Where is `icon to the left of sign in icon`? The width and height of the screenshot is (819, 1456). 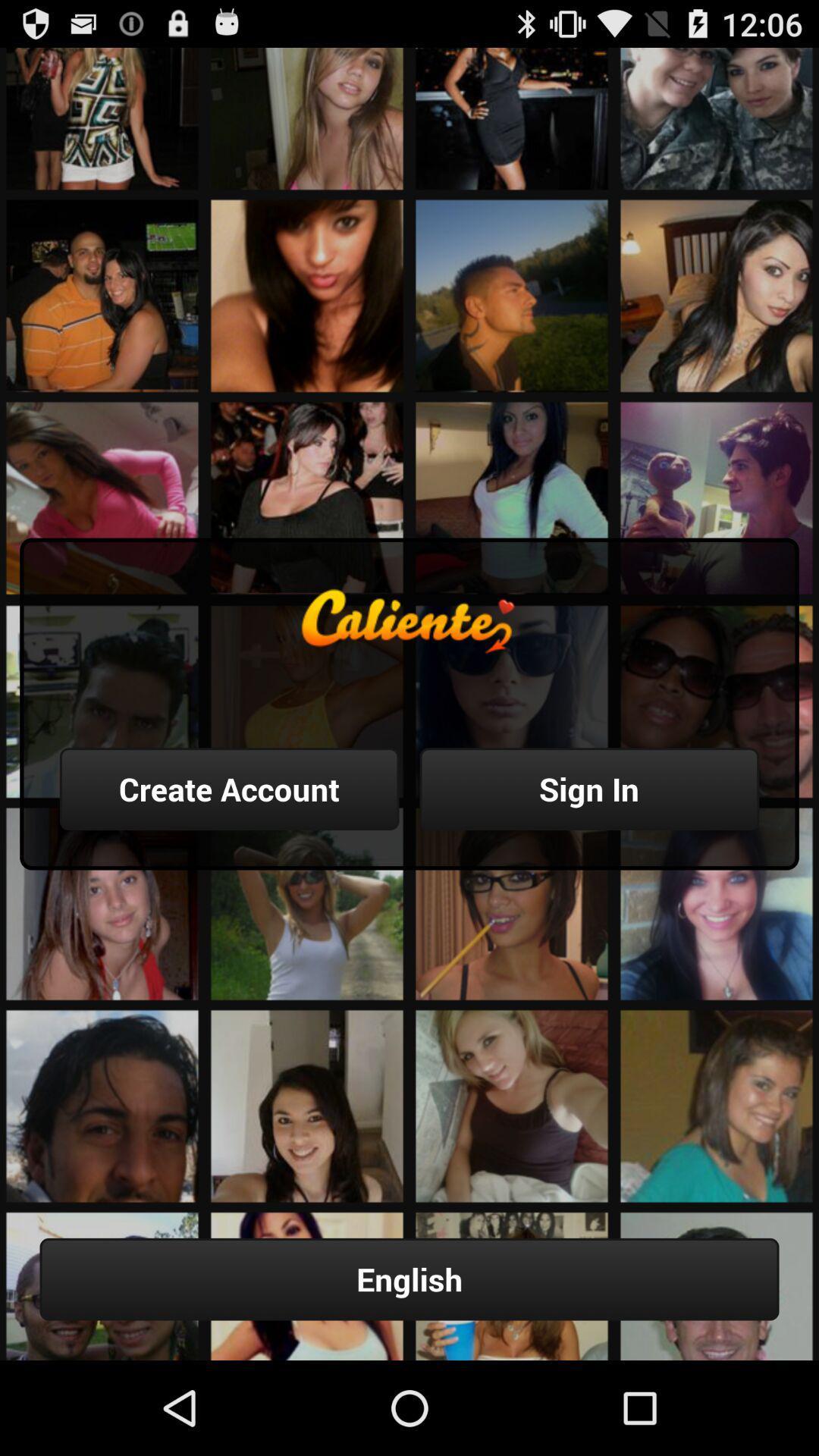
icon to the left of sign in icon is located at coordinates (229, 789).